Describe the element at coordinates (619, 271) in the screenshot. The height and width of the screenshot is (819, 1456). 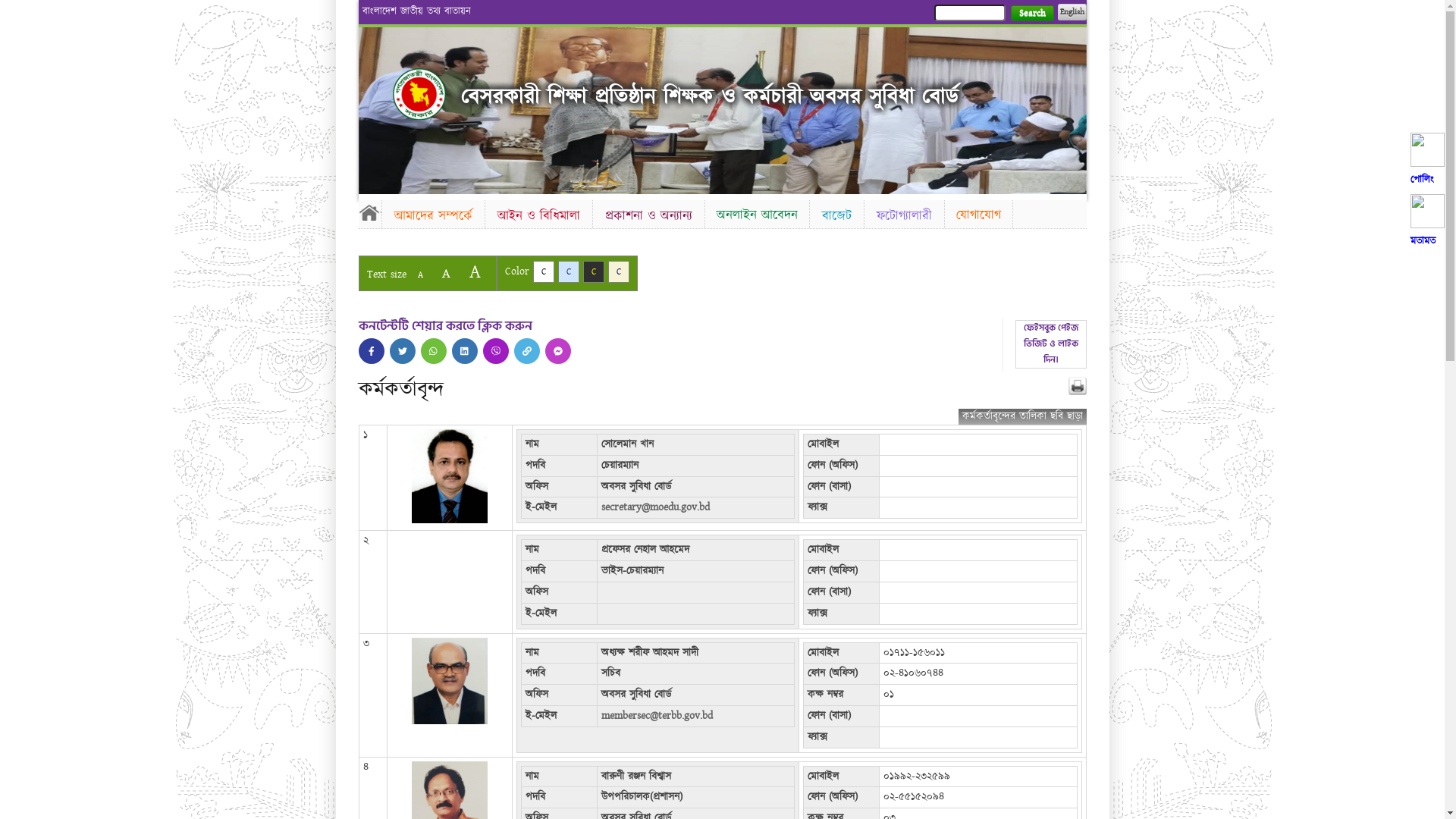
I see `'C'` at that location.